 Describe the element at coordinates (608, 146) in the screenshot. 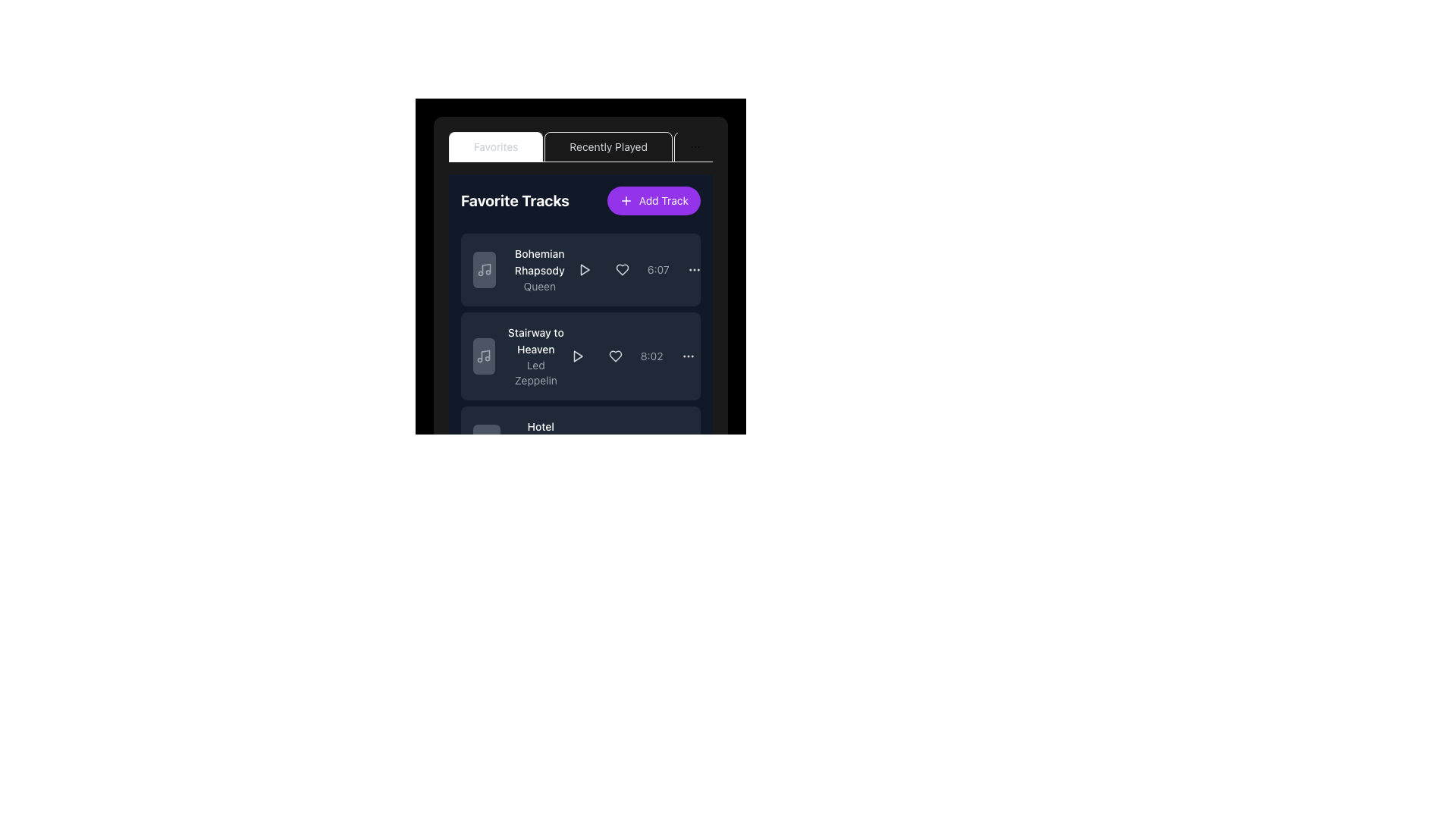

I see `the 'Recently Played' navigation tab located next to the 'Favorites' tab in the horizontal tab navigation bar` at that location.